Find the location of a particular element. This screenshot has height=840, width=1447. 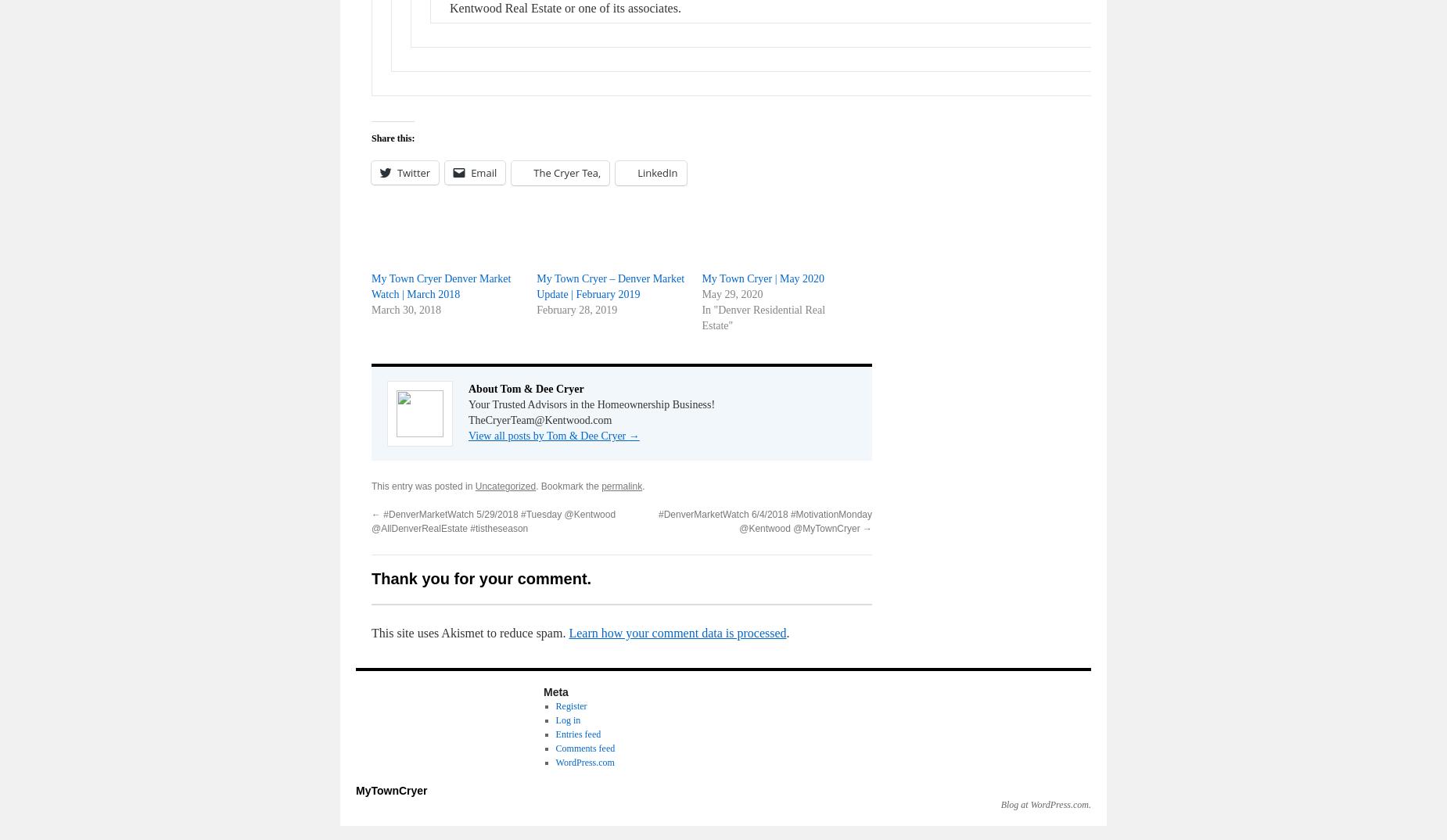

'About Tom & Dee Cryer' is located at coordinates (526, 389).